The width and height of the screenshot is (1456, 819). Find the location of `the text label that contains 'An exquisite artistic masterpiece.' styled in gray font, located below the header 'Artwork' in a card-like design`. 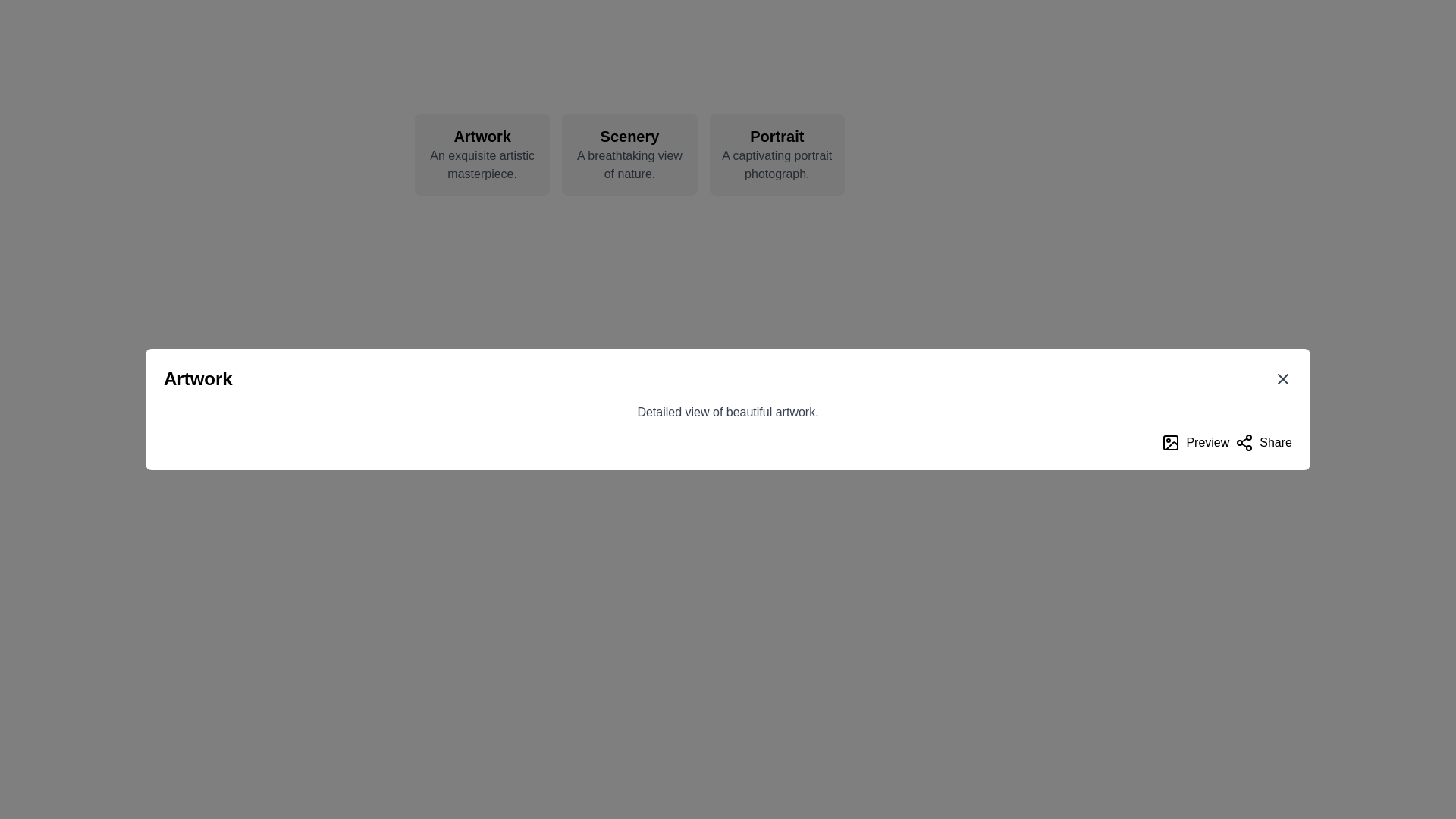

the text label that contains 'An exquisite artistic masterpiece.' styled in gray font, located below the header 'Artwork' in a card-like design is located at coordinates (482, 165).